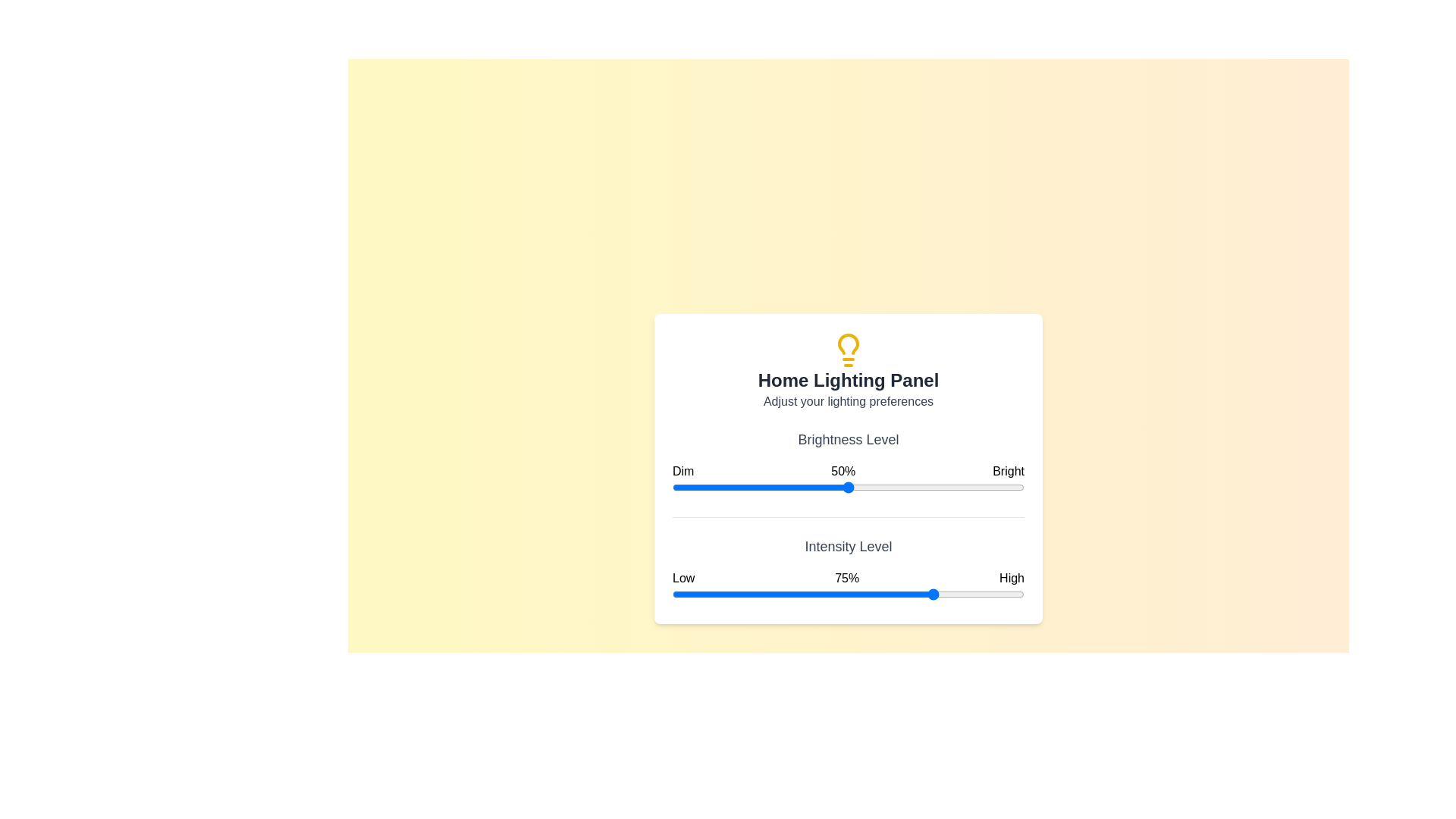 Image resolution: width=1456 pixels, height=819 pixels. What do you see at coordinates (746, 593) in the screenshot?
I see `the Intensity Level slider` at bounding box center [746, 593].